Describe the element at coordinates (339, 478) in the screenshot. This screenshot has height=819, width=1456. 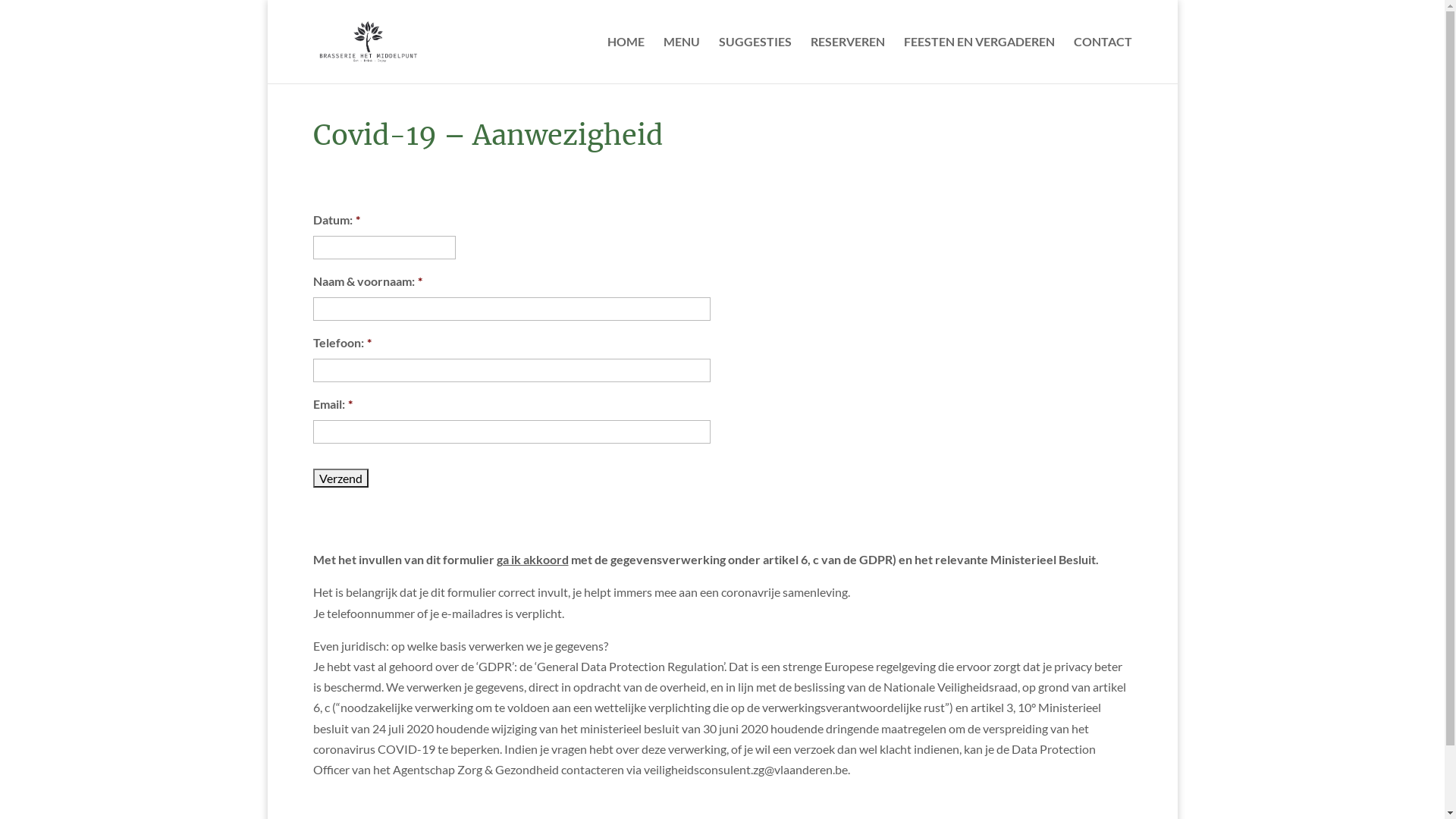
I see `'Verzend'` at that location.